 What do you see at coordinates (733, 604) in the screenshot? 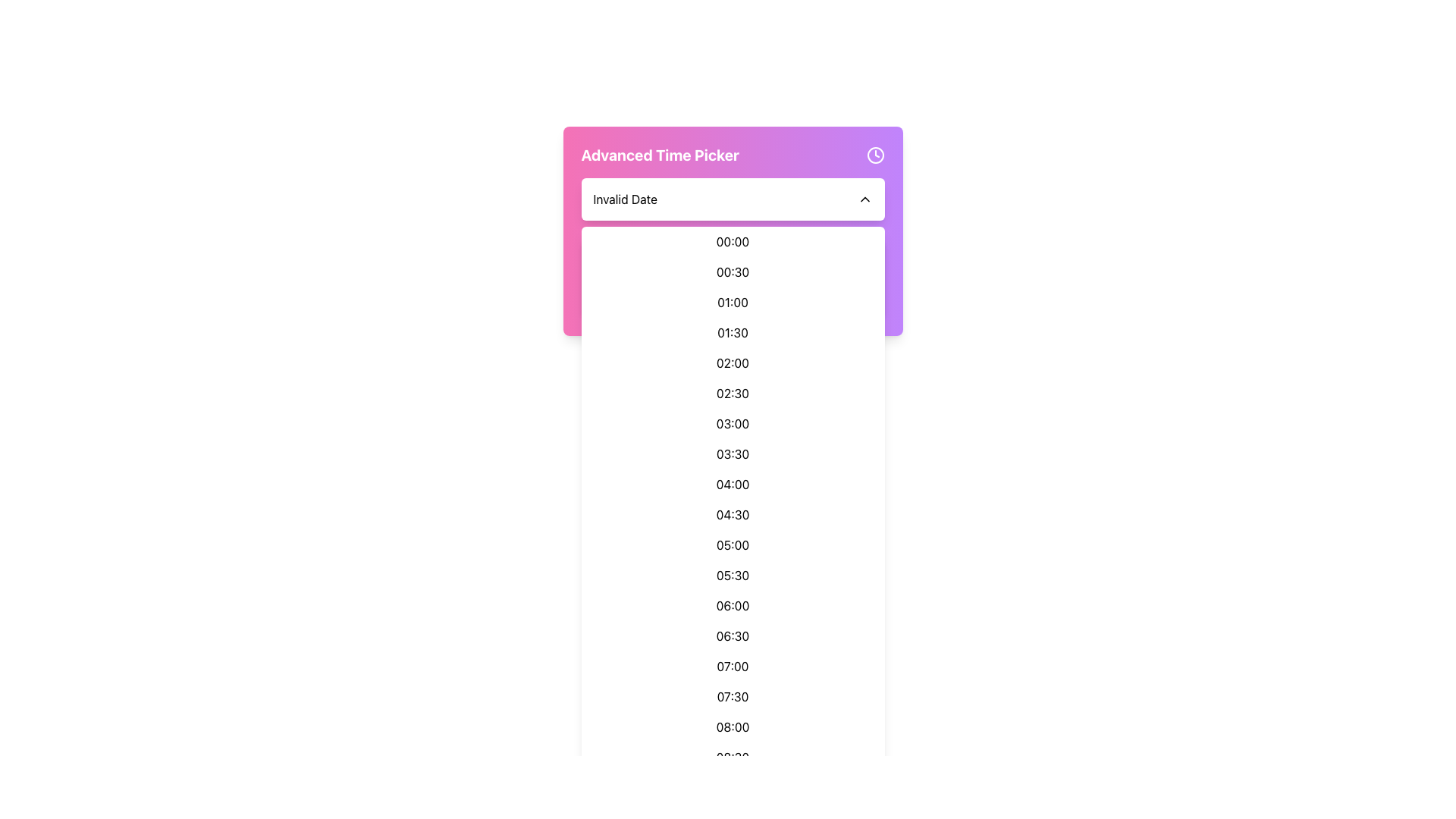
I see `to select the time '06:00' from the dropdown menu list of time options` at bounding box center [733, 604].